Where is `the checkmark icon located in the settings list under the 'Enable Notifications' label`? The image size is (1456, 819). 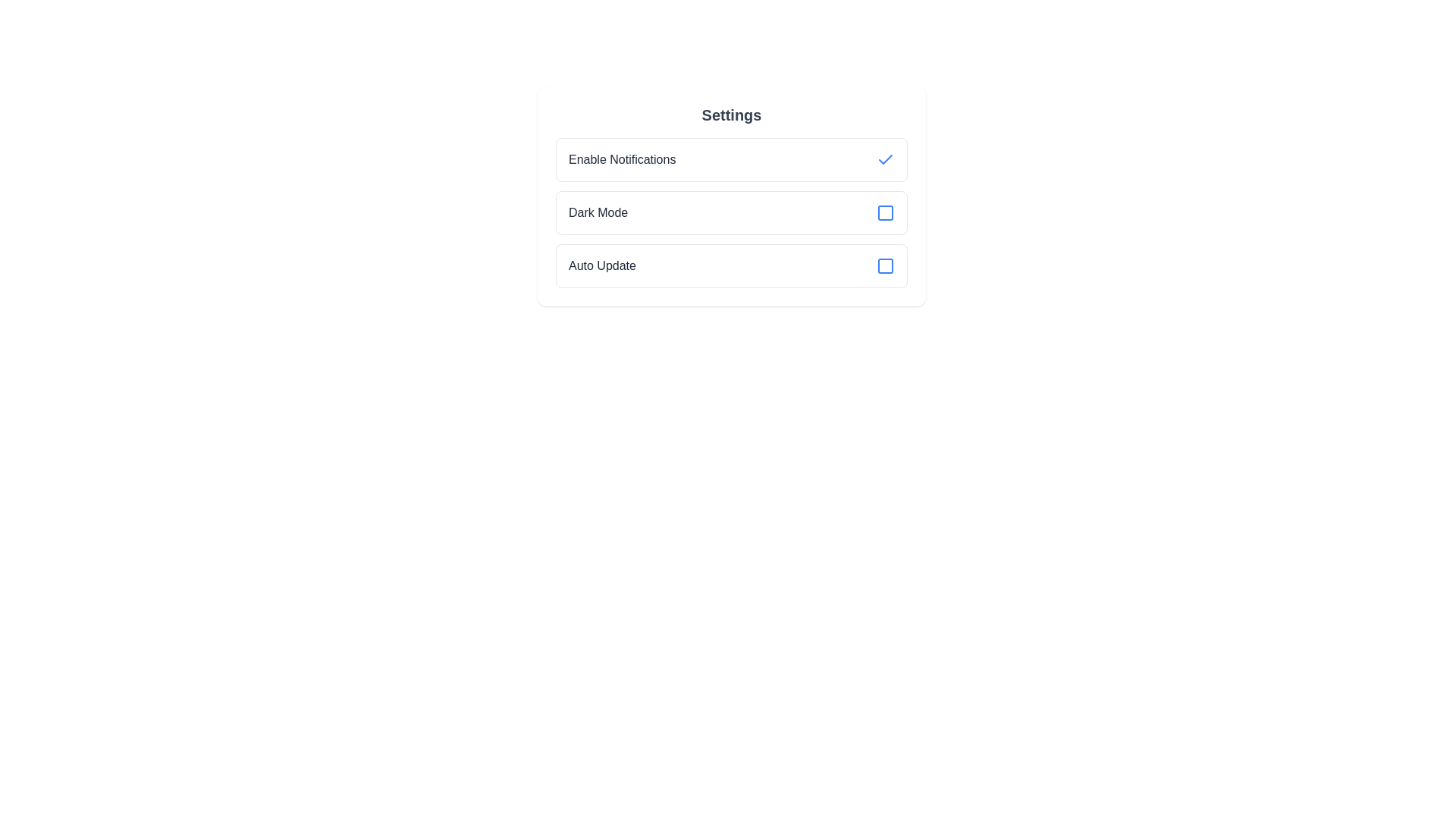 the checkmark icon located in the settings list under the 'Enable Notifications' label is located at coordinates (885, 159).